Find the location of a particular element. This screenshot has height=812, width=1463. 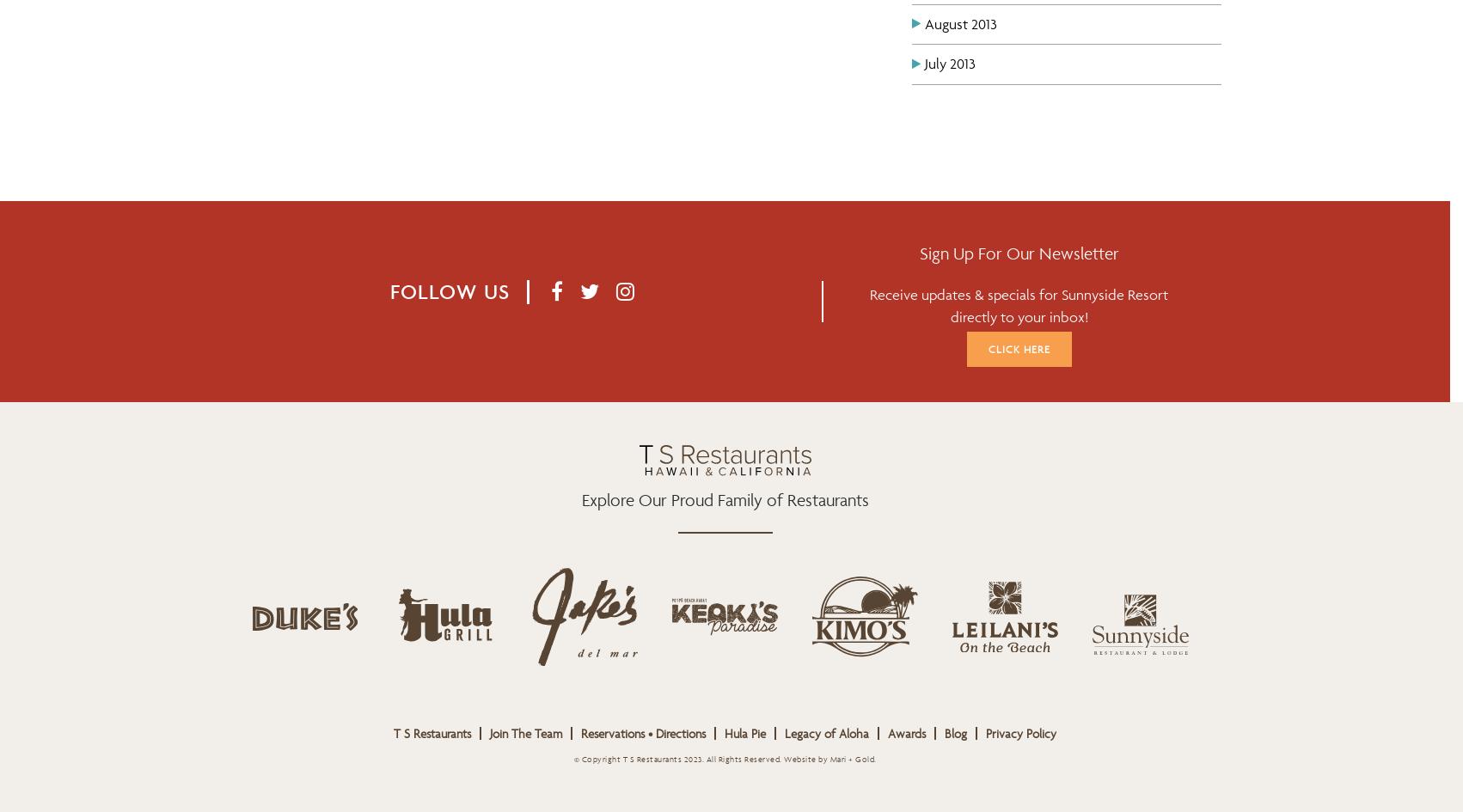

'Sign Up For Our Newsletter' is located at coordinates (1018, 253).